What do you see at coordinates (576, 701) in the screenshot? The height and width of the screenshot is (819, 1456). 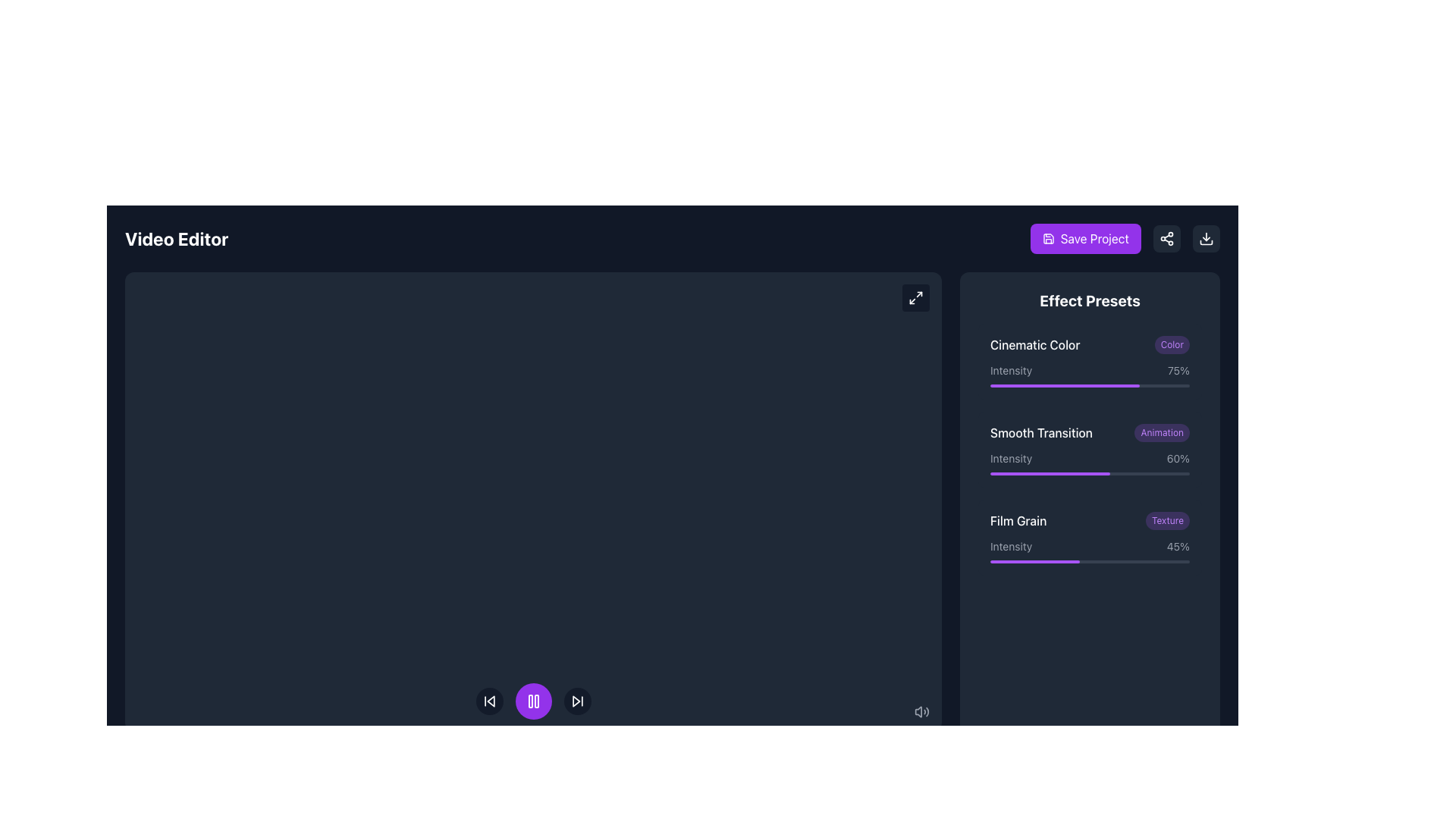 I see `the skip forward button located at the rightmost side of the control bar, adjacent to the central purple play/pause button` at bounding box center [576, 701].